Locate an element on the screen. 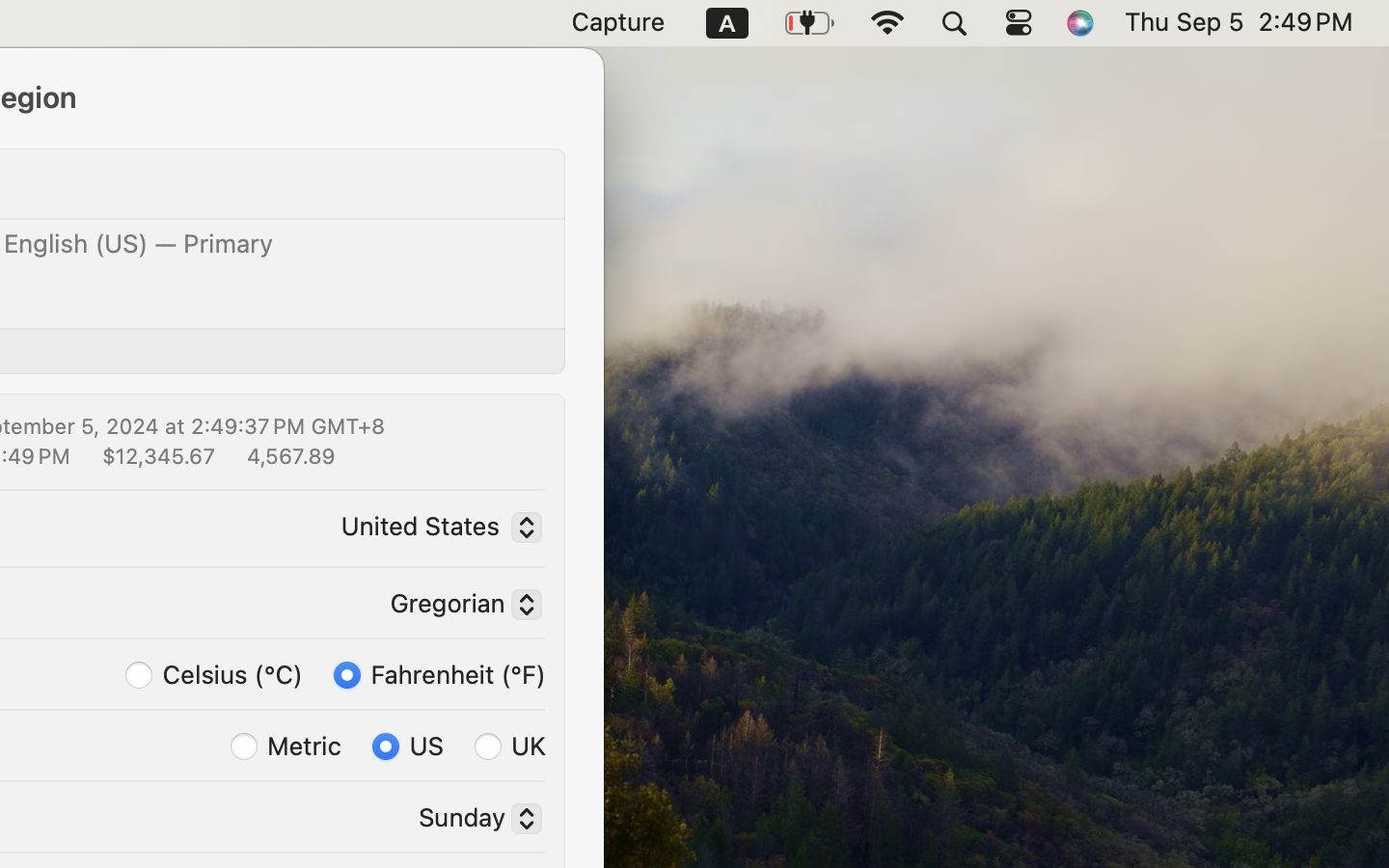 This screenshot has height=868, width=1389. '4,567.89' is located at coordinates (287, 453).